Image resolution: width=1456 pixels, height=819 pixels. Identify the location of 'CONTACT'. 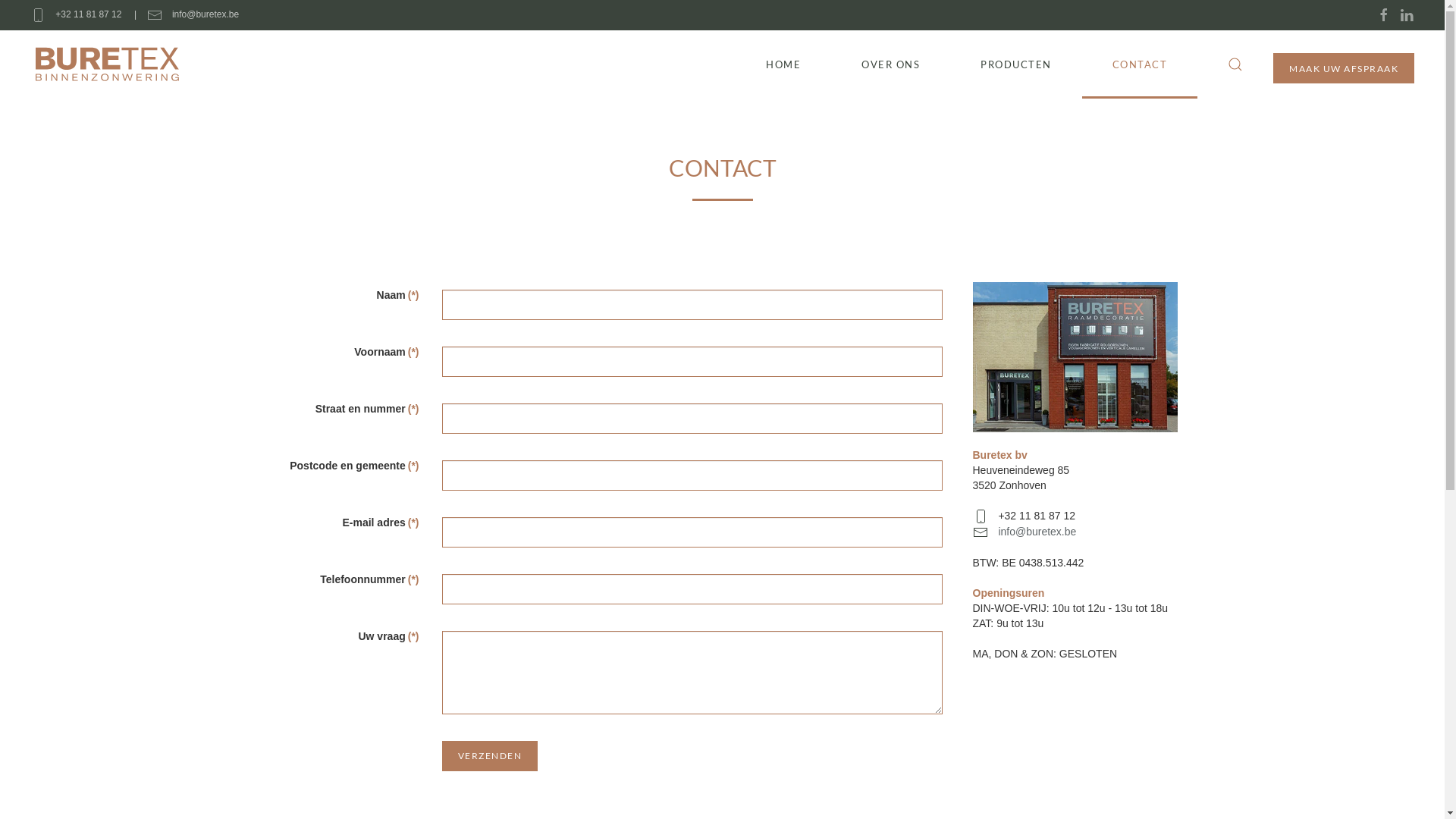
(1139, 63).